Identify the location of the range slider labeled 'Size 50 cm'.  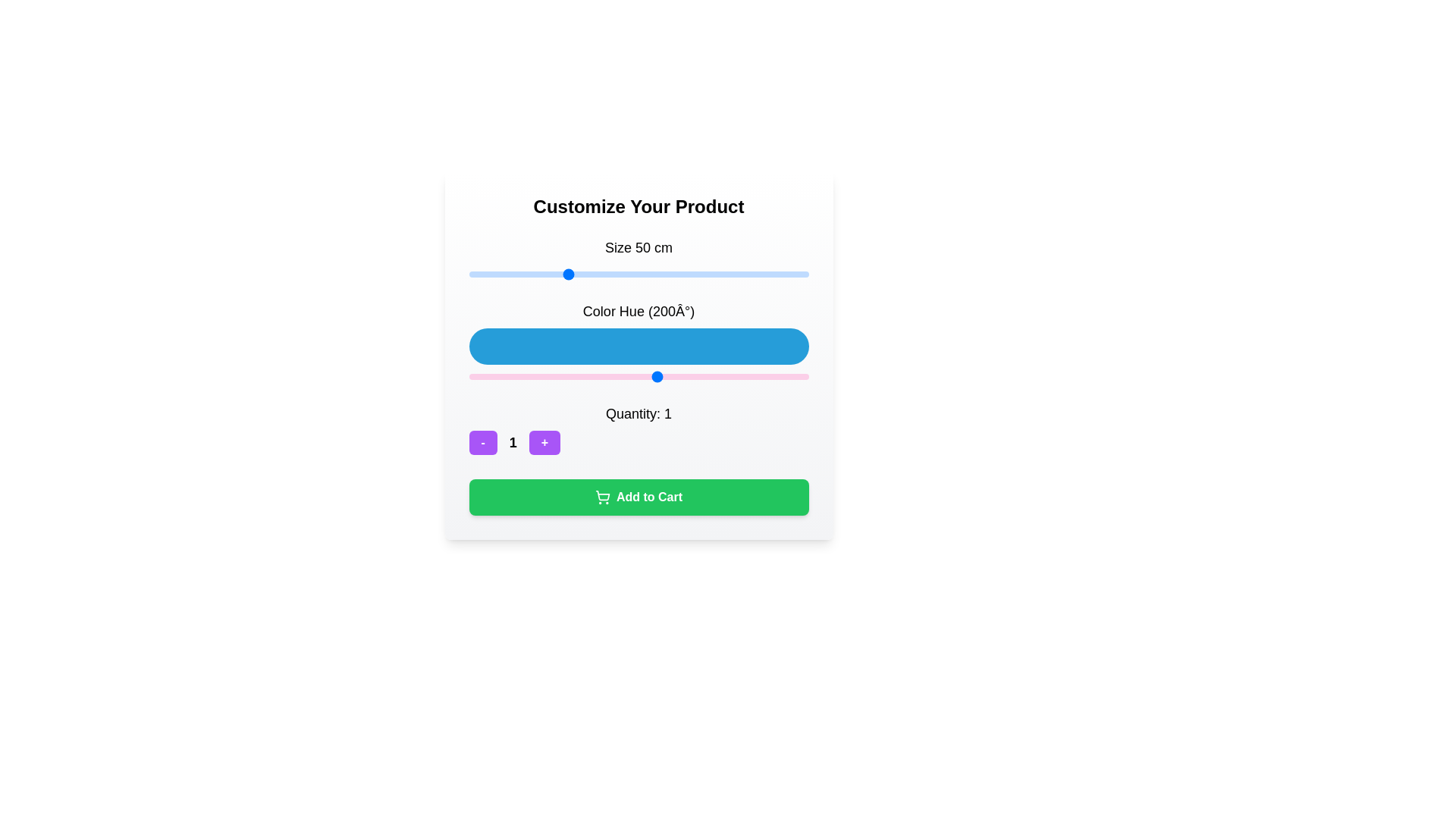
(639, 259).